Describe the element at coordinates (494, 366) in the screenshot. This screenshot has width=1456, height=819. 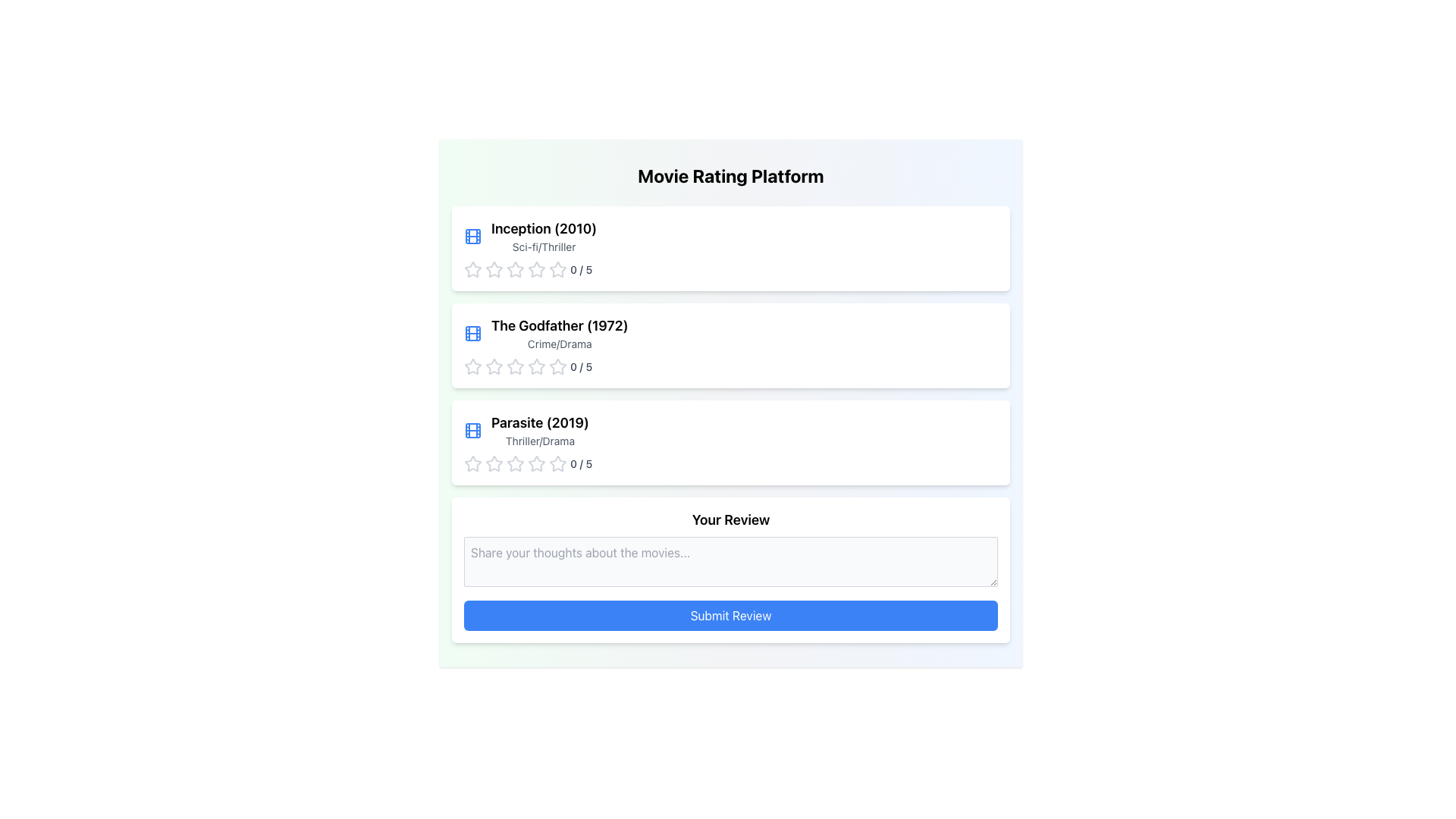
I see `the second star icon in the rating interface for 'The Godfather (1972)' to rate it` at that location.